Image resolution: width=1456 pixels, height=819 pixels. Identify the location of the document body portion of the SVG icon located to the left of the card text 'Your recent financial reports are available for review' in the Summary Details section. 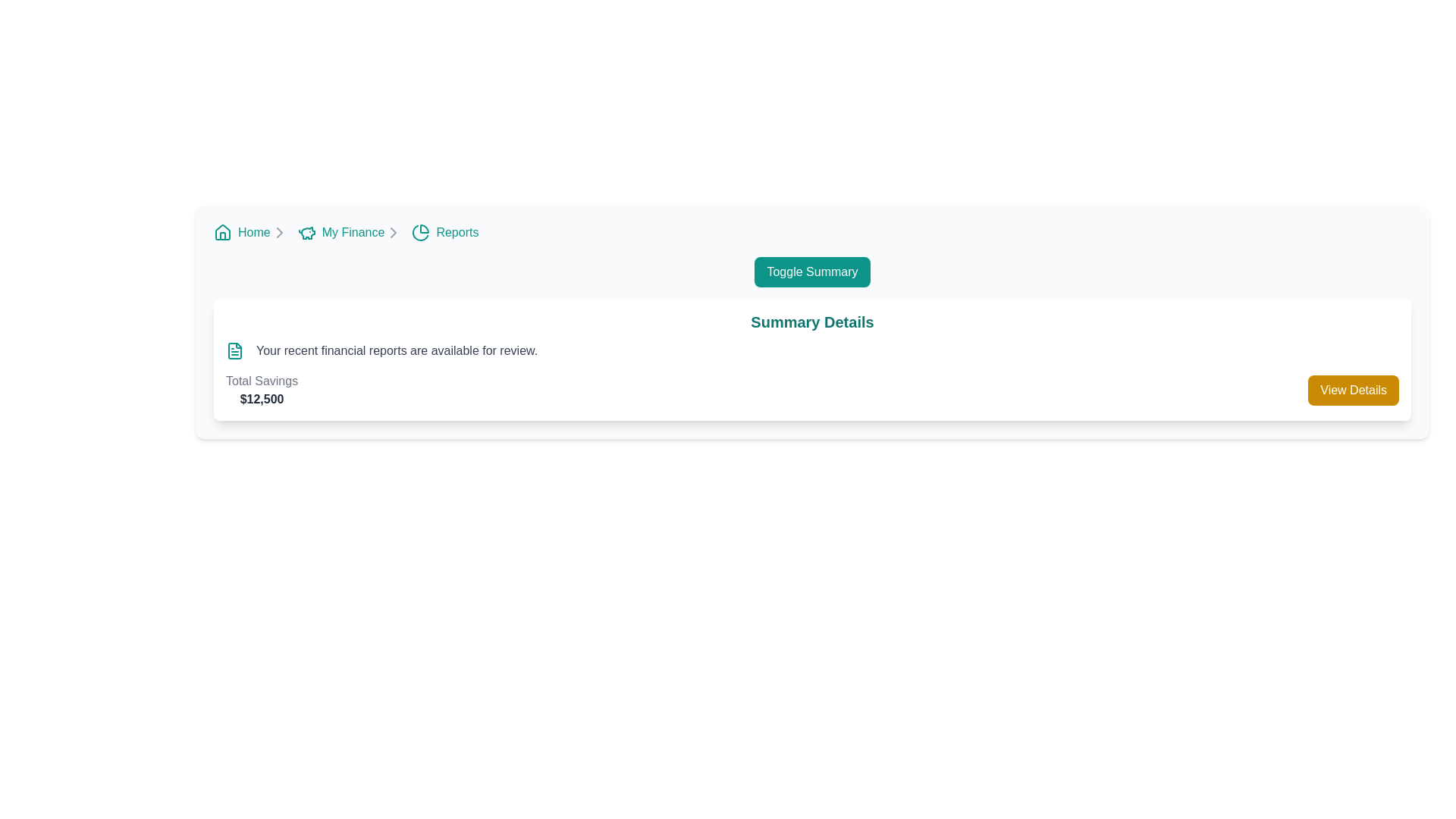
(234, 350).